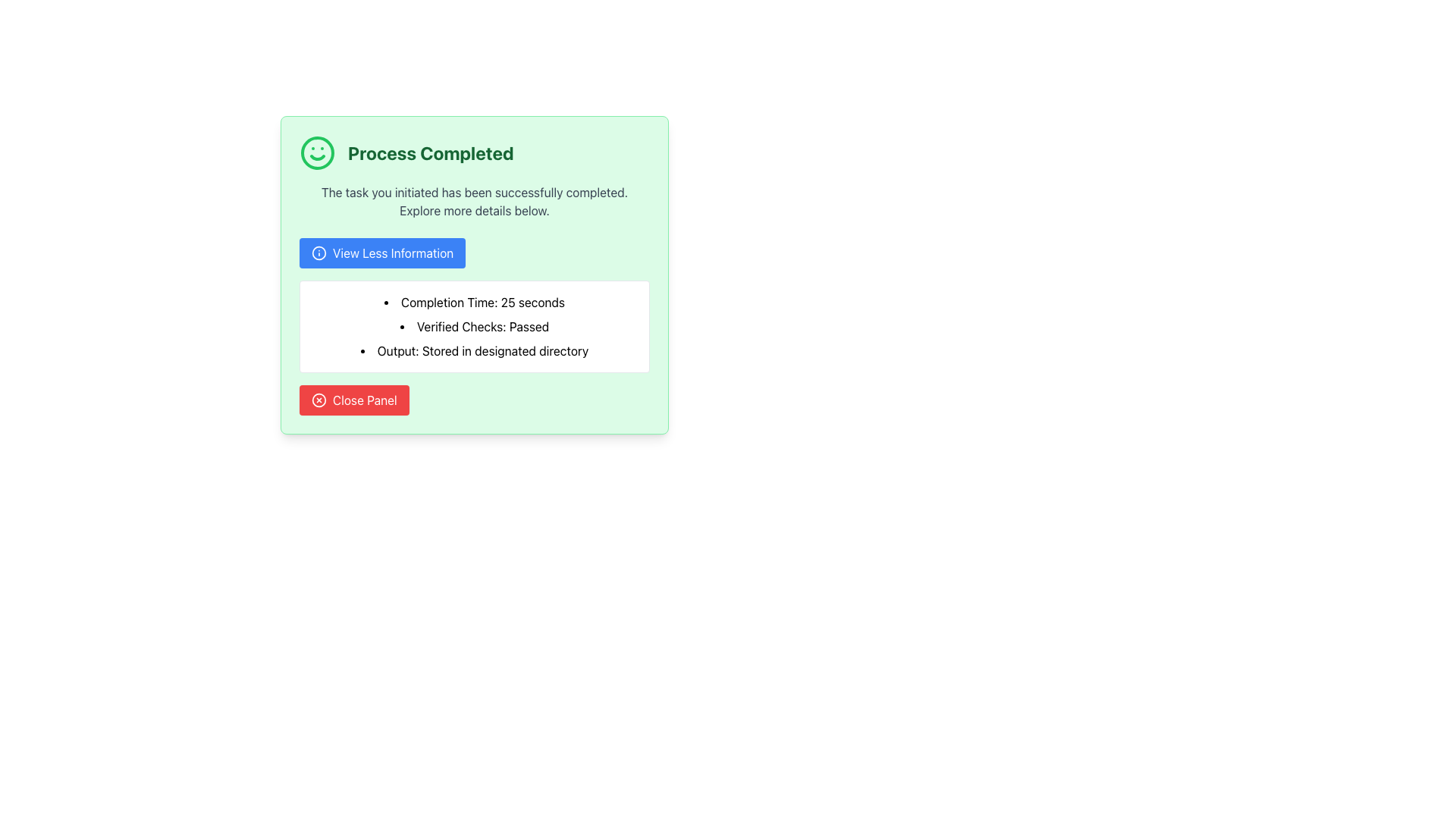  I want to click on the bright red 'Close Panel' button with rounded corners, which features white text and an 'X' icon, so click(353, 400).